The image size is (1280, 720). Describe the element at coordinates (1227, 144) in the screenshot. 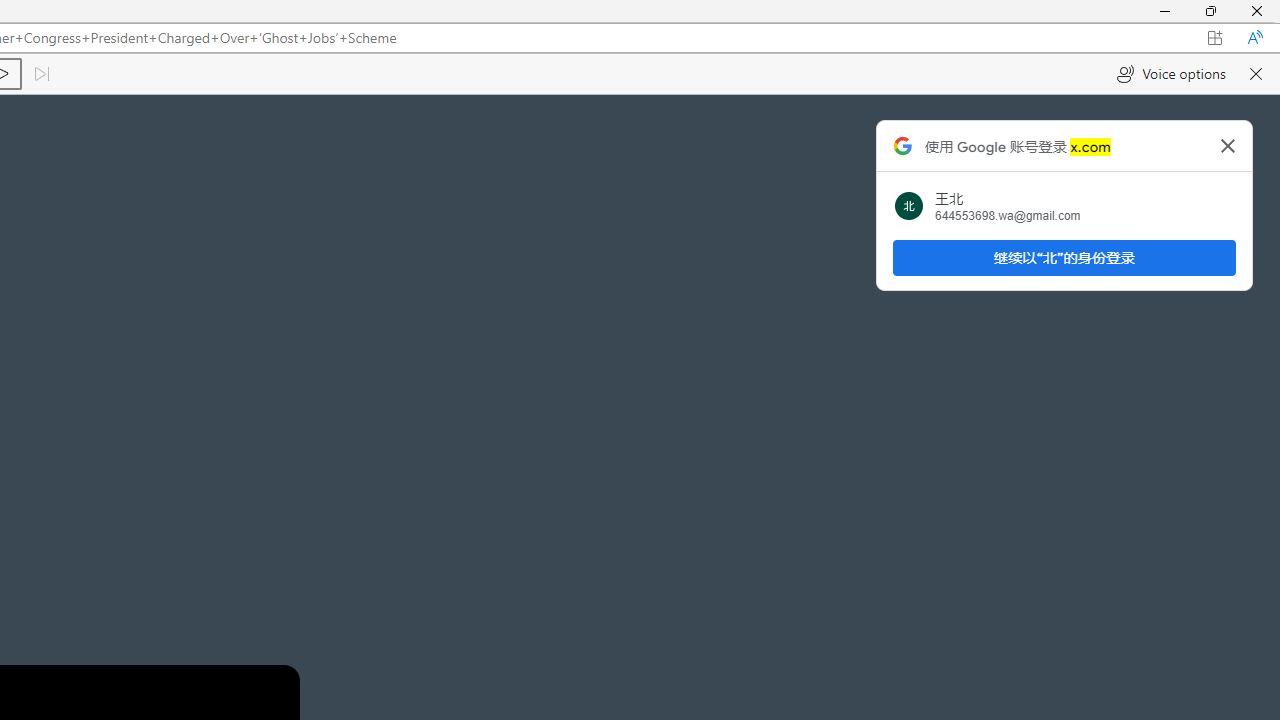

I see `'Class: Bz112c Bz112c-r9oPif'` at that location.